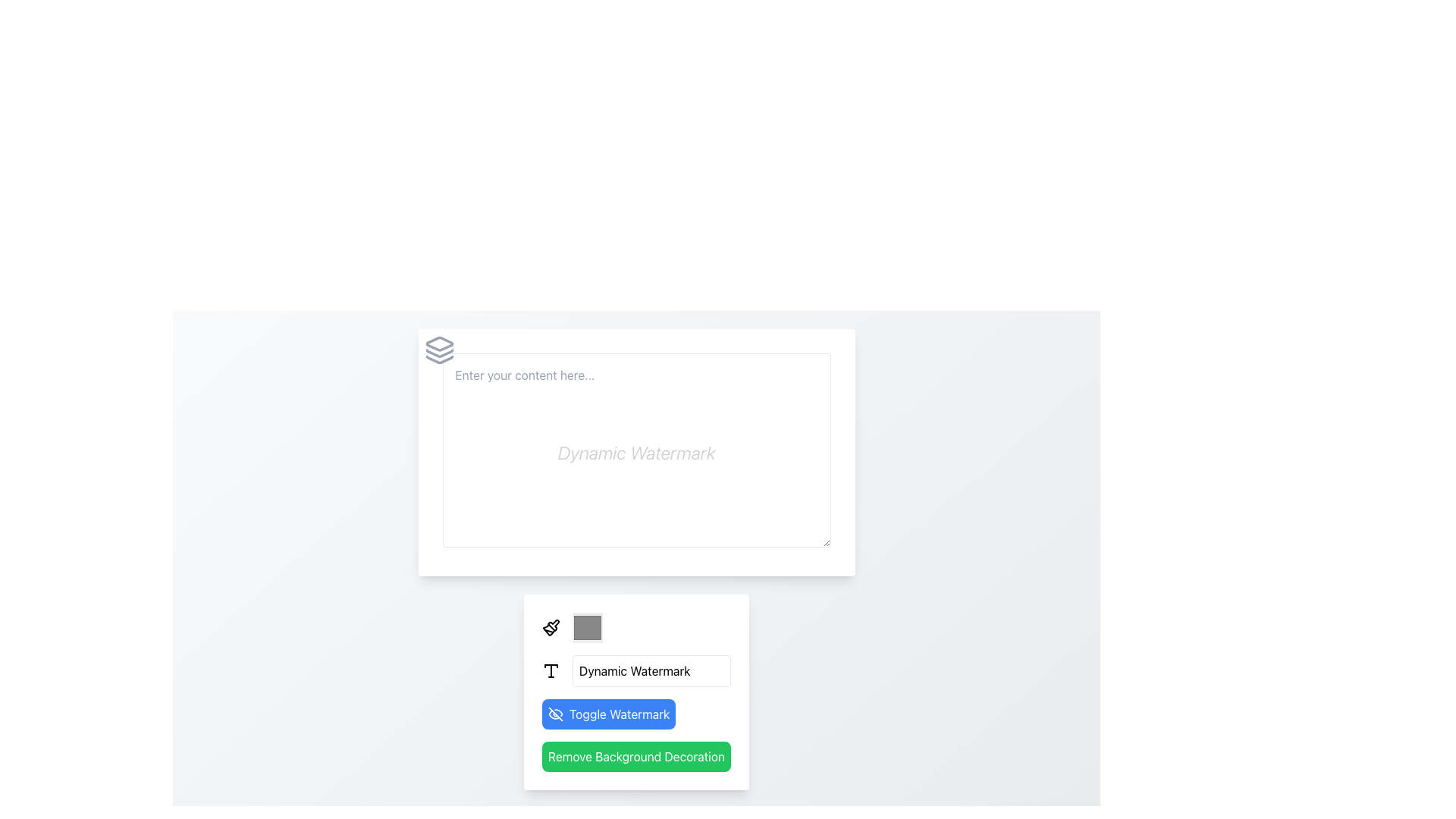  Describe the element at coordinates (636, 692) in the screenshot. I see `the control panel section containing buttons and inputs` at that location.